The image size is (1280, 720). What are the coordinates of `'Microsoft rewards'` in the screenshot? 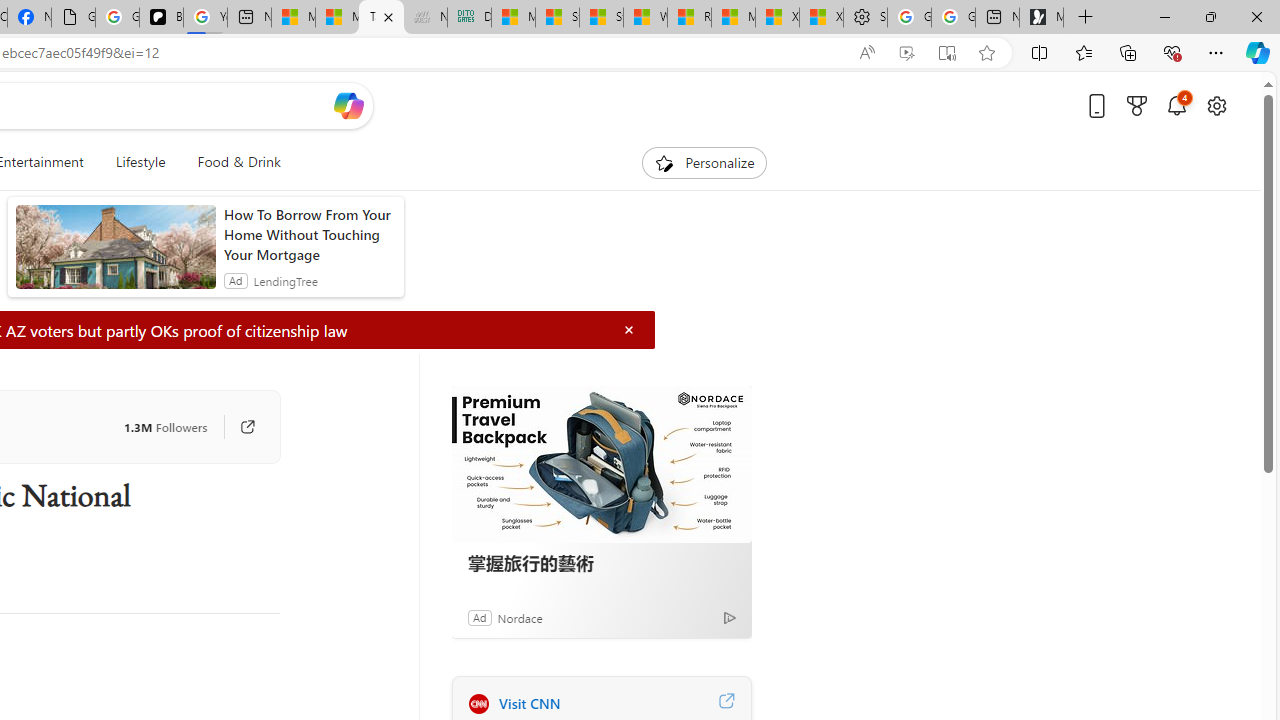 It's located at (1137, 105).